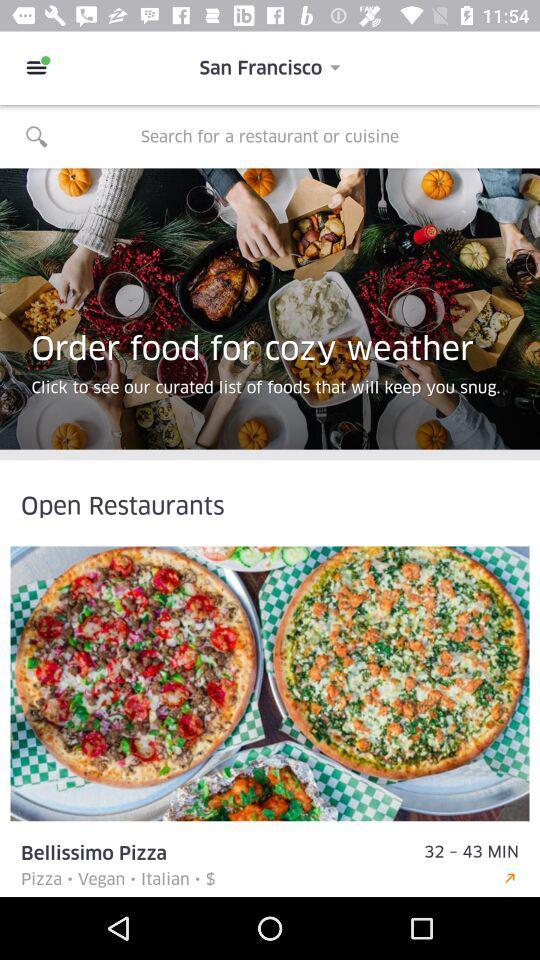  What do you see at coordinates (36, 68) in the screenshot?
I see `the icon to the left of san francisco item` at bounding box center [36, 68].